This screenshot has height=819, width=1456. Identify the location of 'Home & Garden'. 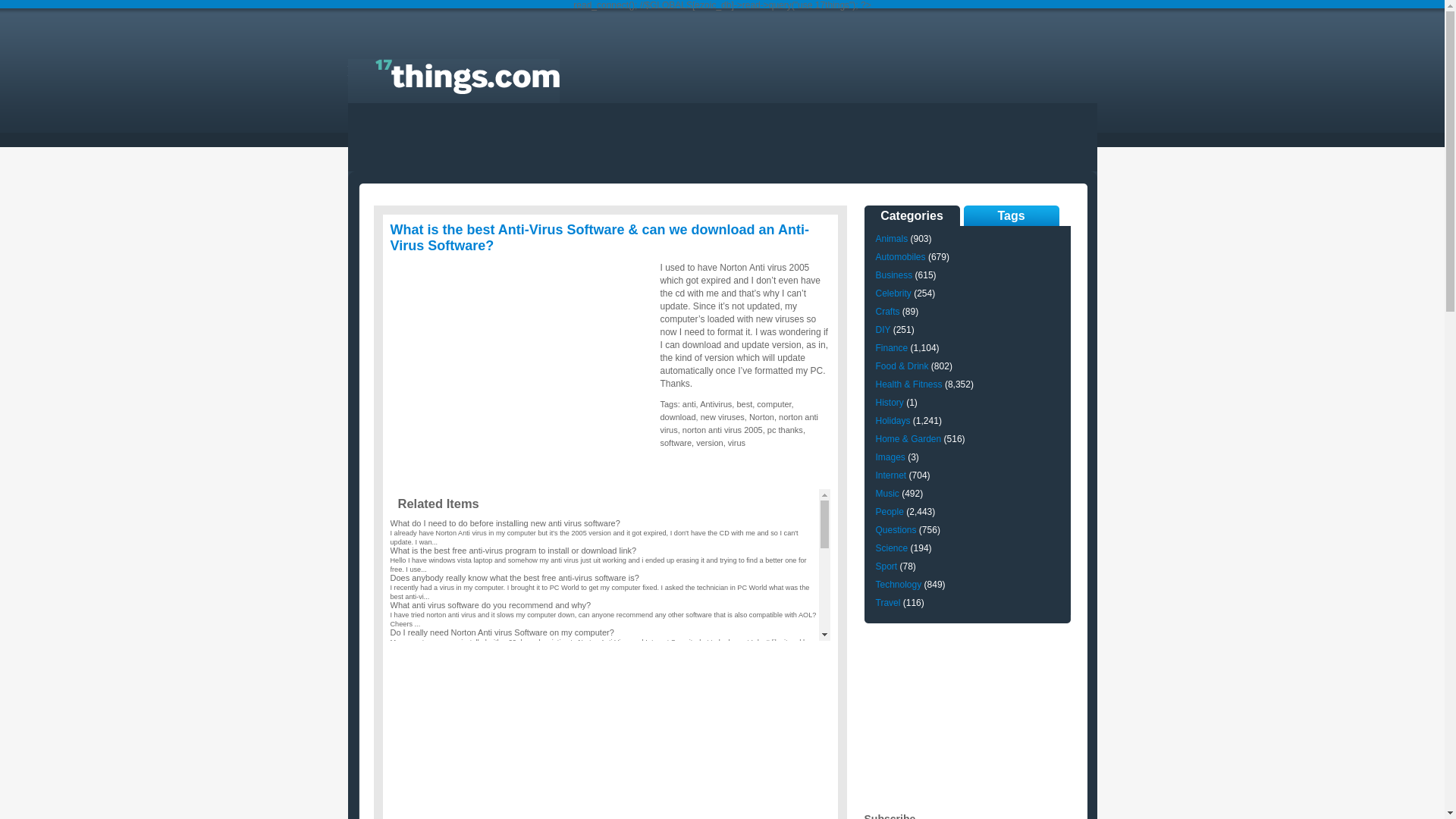
(908, 438).